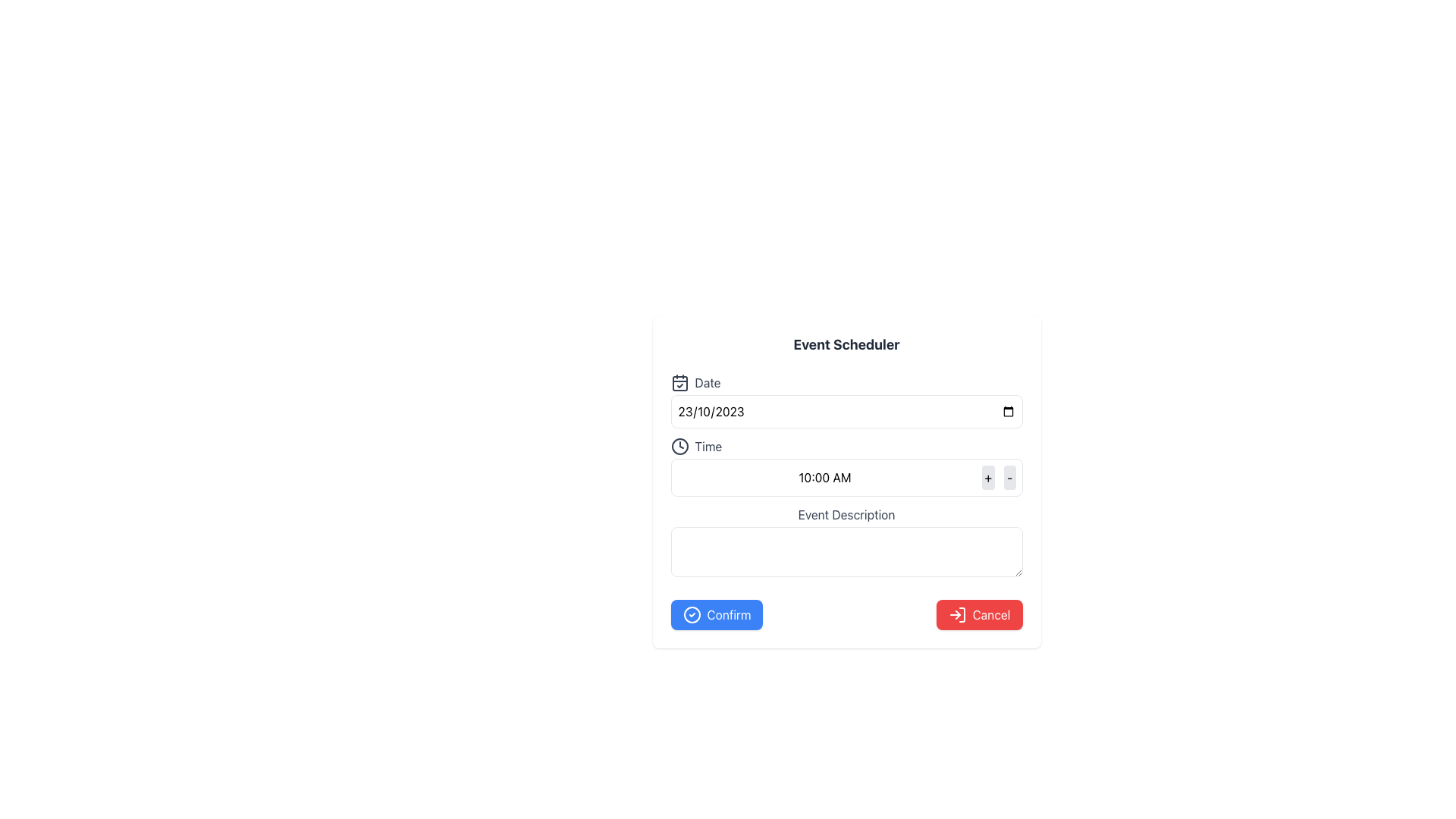  Describe the element at coordinates (691, 614) in the screenshot. I see `the decorative icon that enhances the 'Confirm' button, located to the left of the text 'Confirm'` at that location.